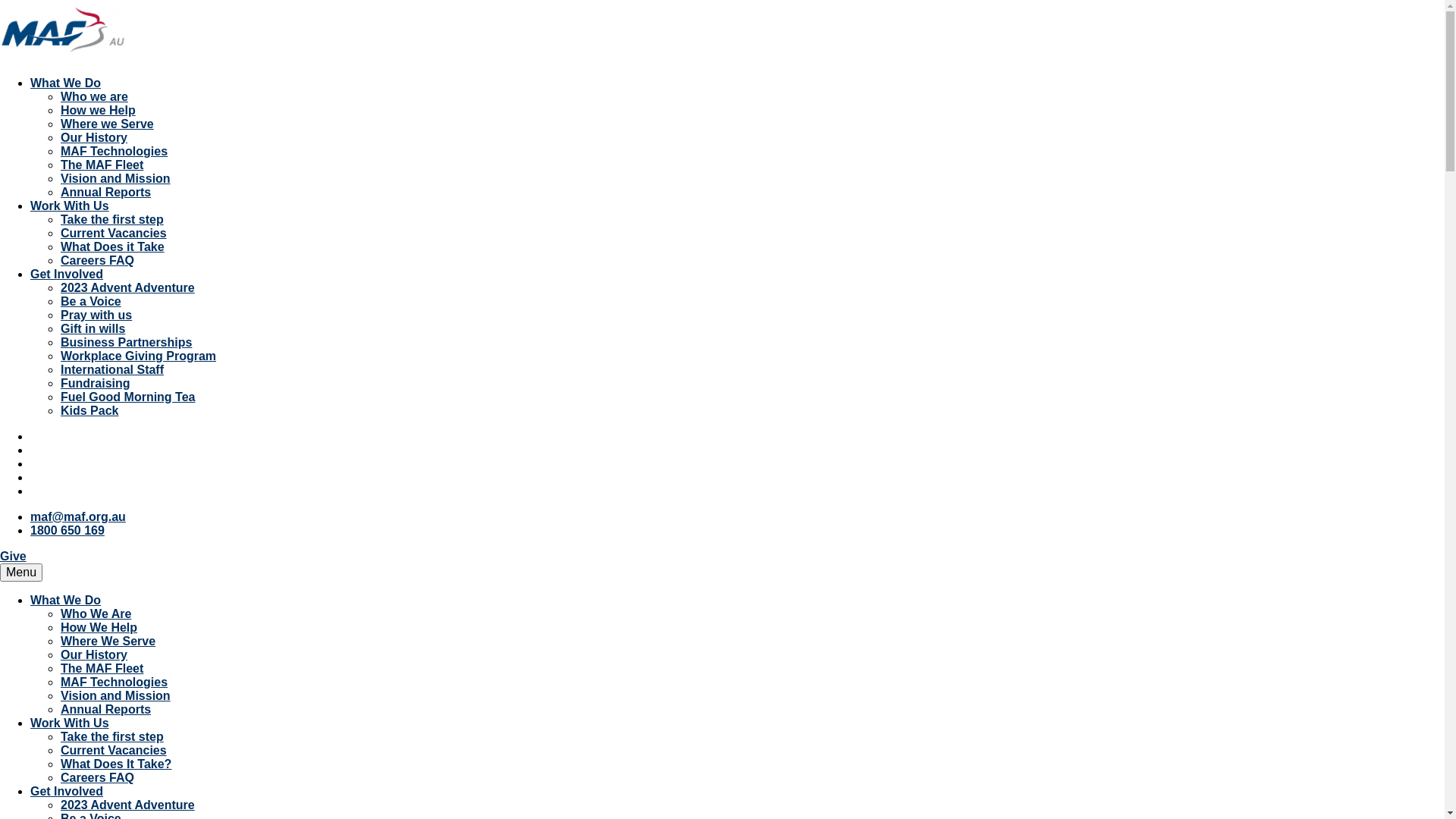 This screenshot has height=819, width=1456. Describe the element at coordinates (105, 191) in the screenshot. I see `'Annual Reports'` at that location.